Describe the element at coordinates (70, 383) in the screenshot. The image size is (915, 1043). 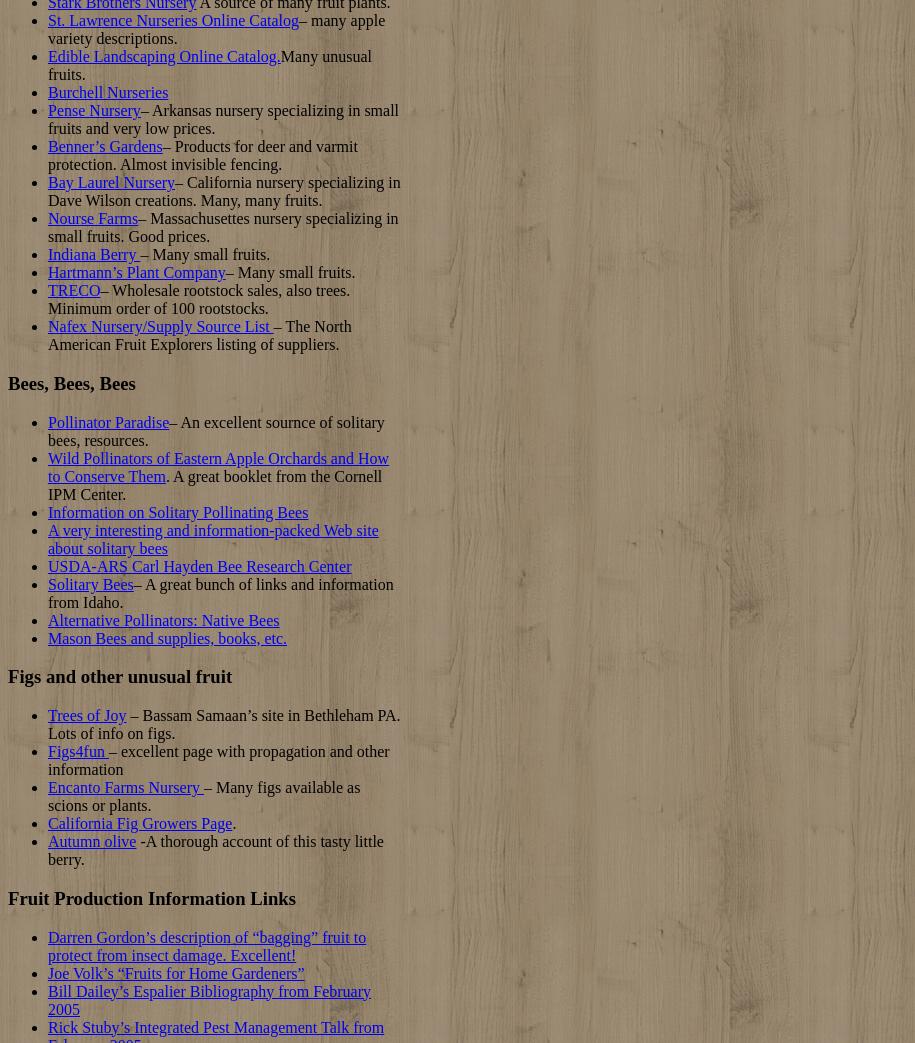
I see `'Bees, Bees, Bees'` at that location.